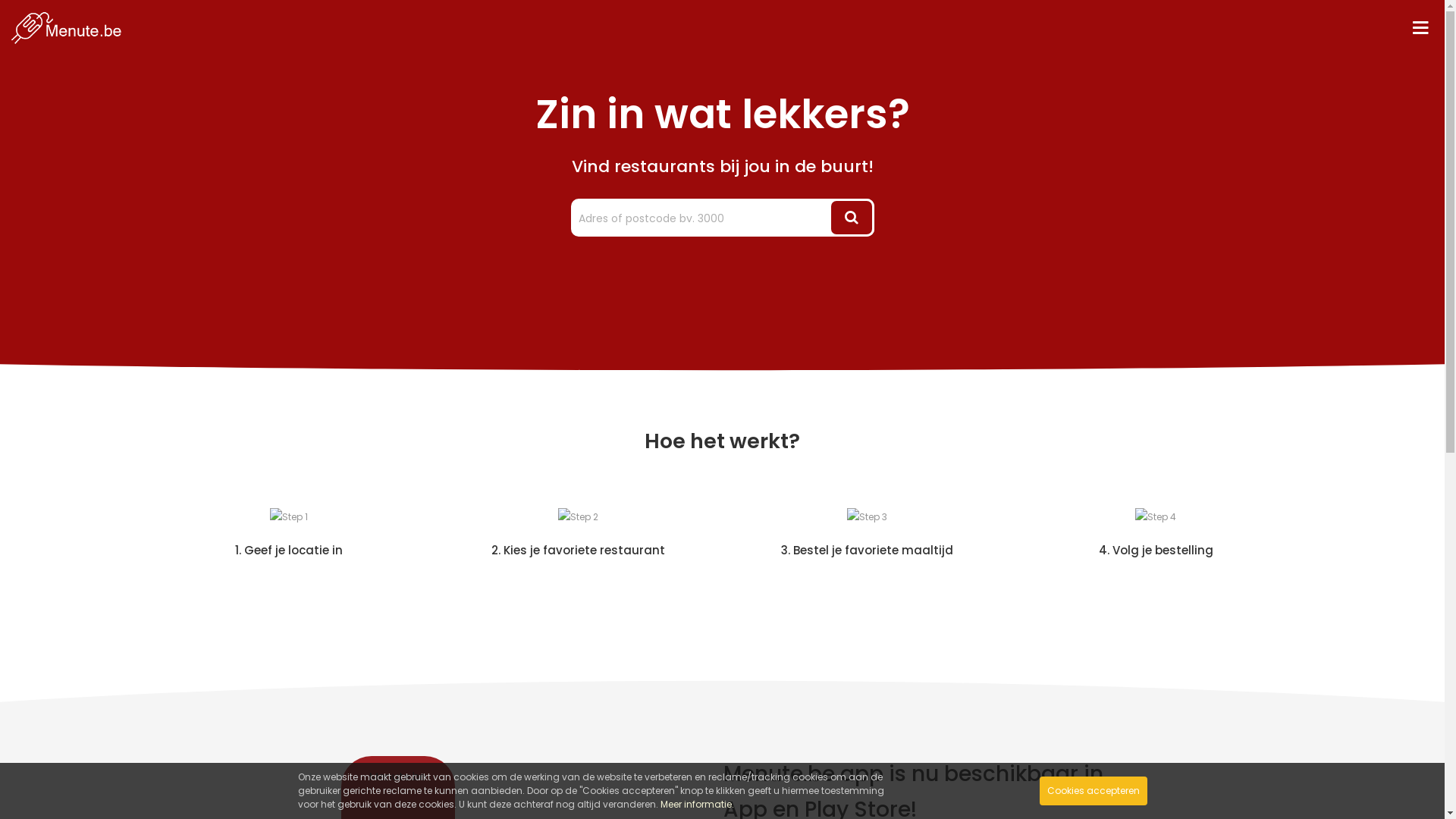 The width and height of the screenshot is (1456, 819). Describe the element at coordinates (866, 516) in the screenshot. I see `'Step 3'` at that location.